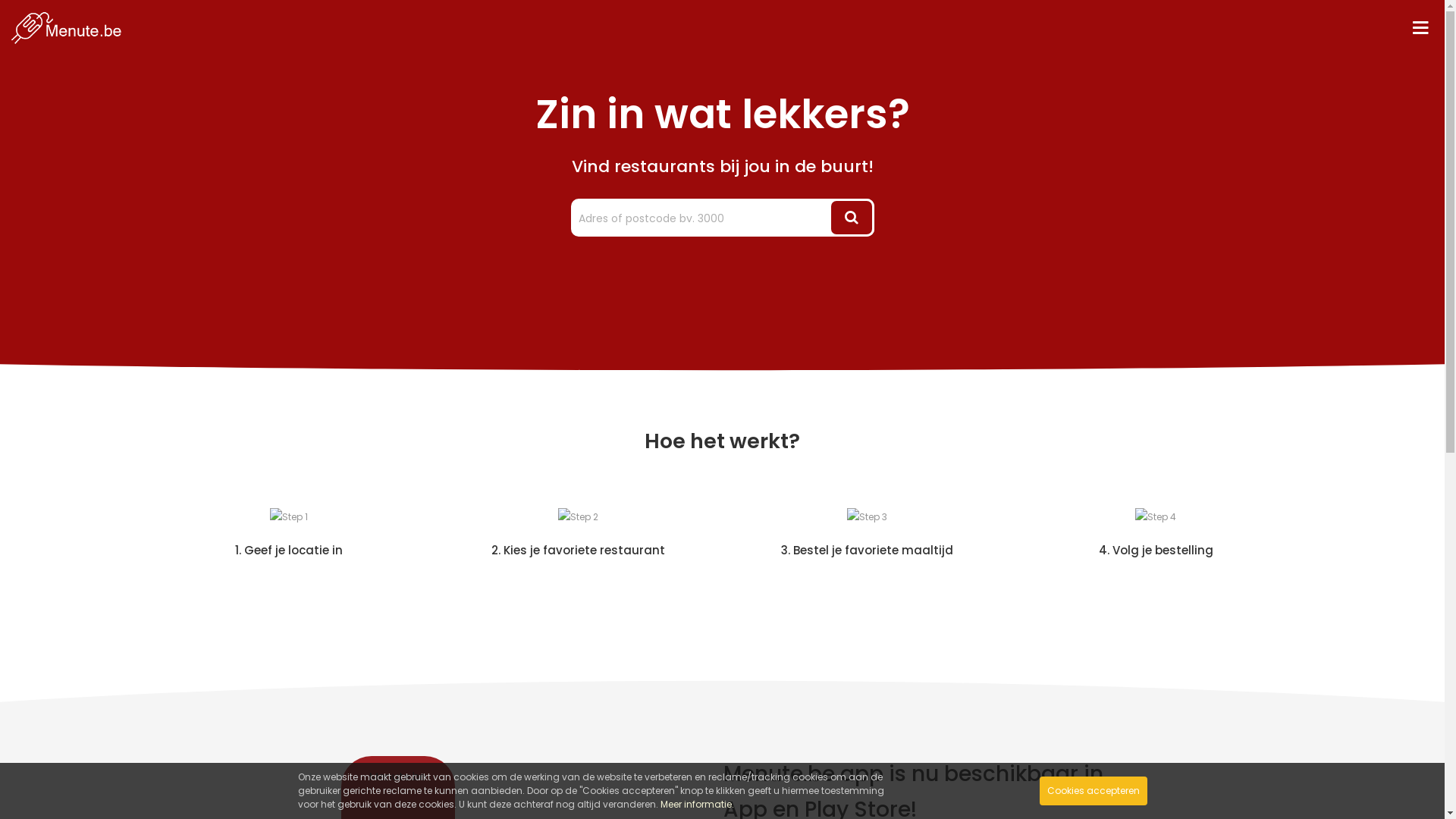 The width and height of the screenshot is (1456, 819). Describe the element at coordinates (866, 516) in the screenshot. I see `'Step 3'` at that location.